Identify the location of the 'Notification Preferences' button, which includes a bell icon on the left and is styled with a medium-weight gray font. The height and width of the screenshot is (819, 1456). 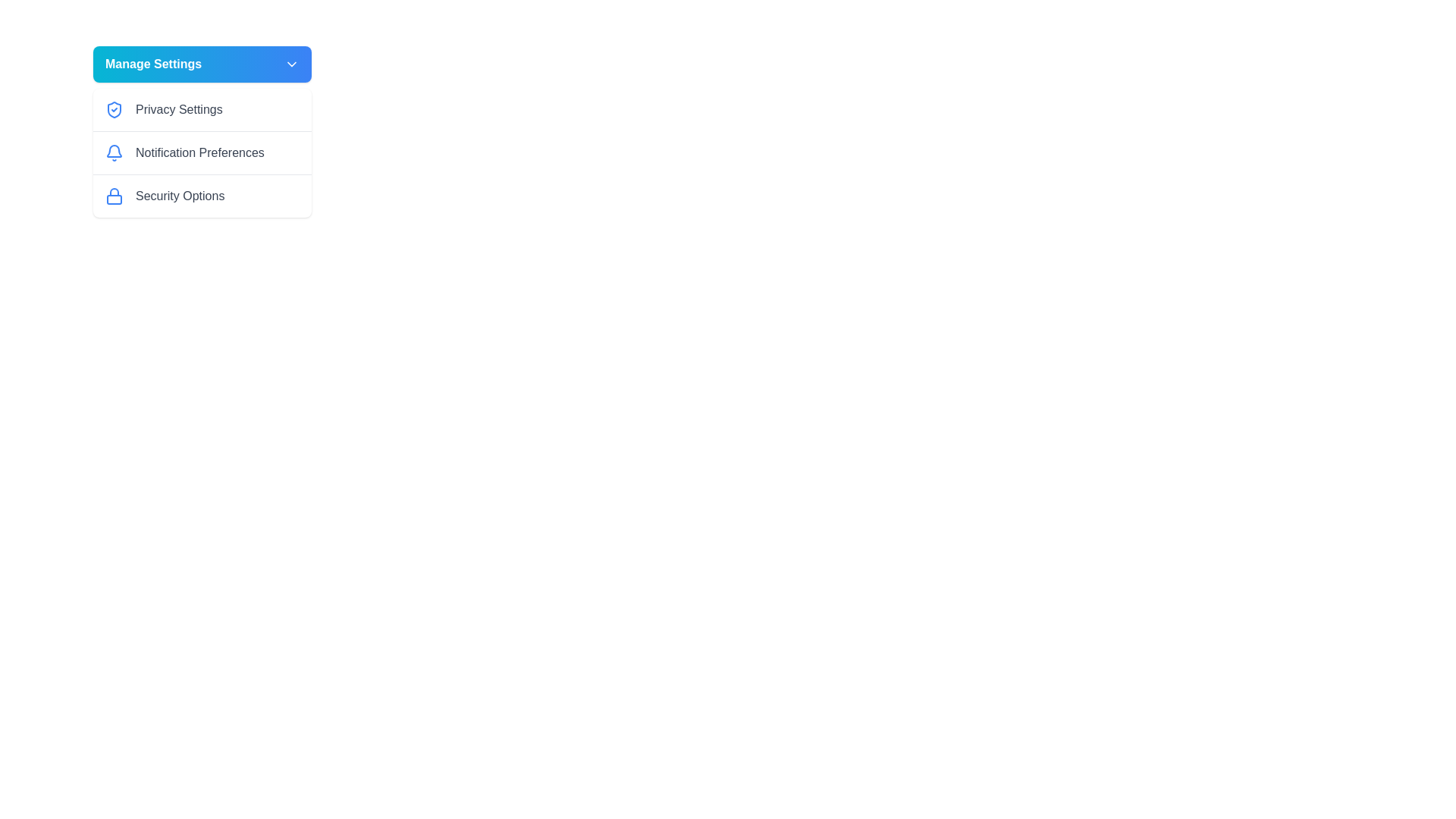
(202, 152).